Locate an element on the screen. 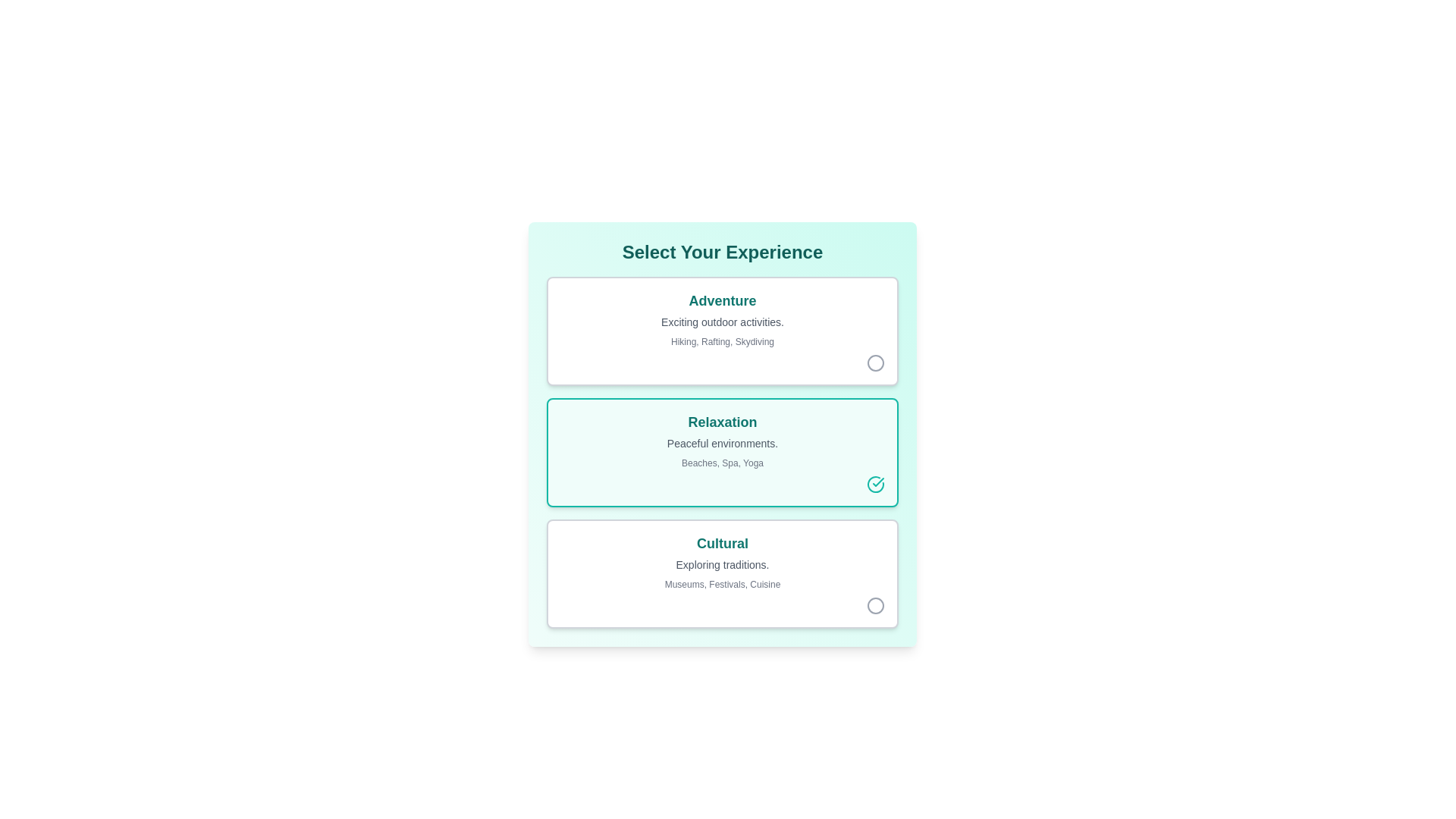 The width and height of the screenshot is (1456, 819). the label with the text 'Adventure' displayed in large, bold teal green font, positioned at the top of a white rounded card is located at coordinates (722, 301).